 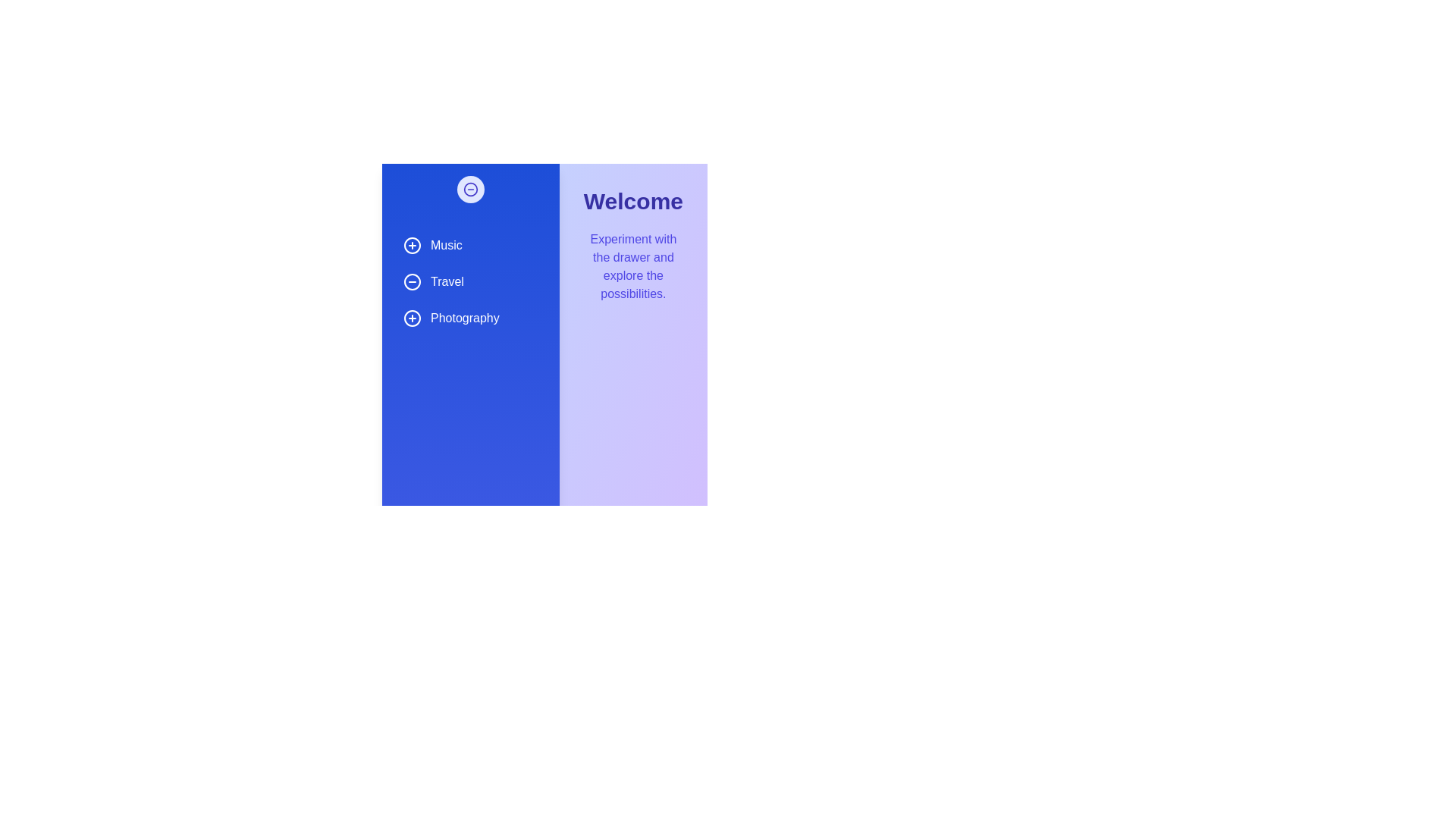 I want to click on the icon corresponding to Photography in the drawer, so click(x=412, y=318).